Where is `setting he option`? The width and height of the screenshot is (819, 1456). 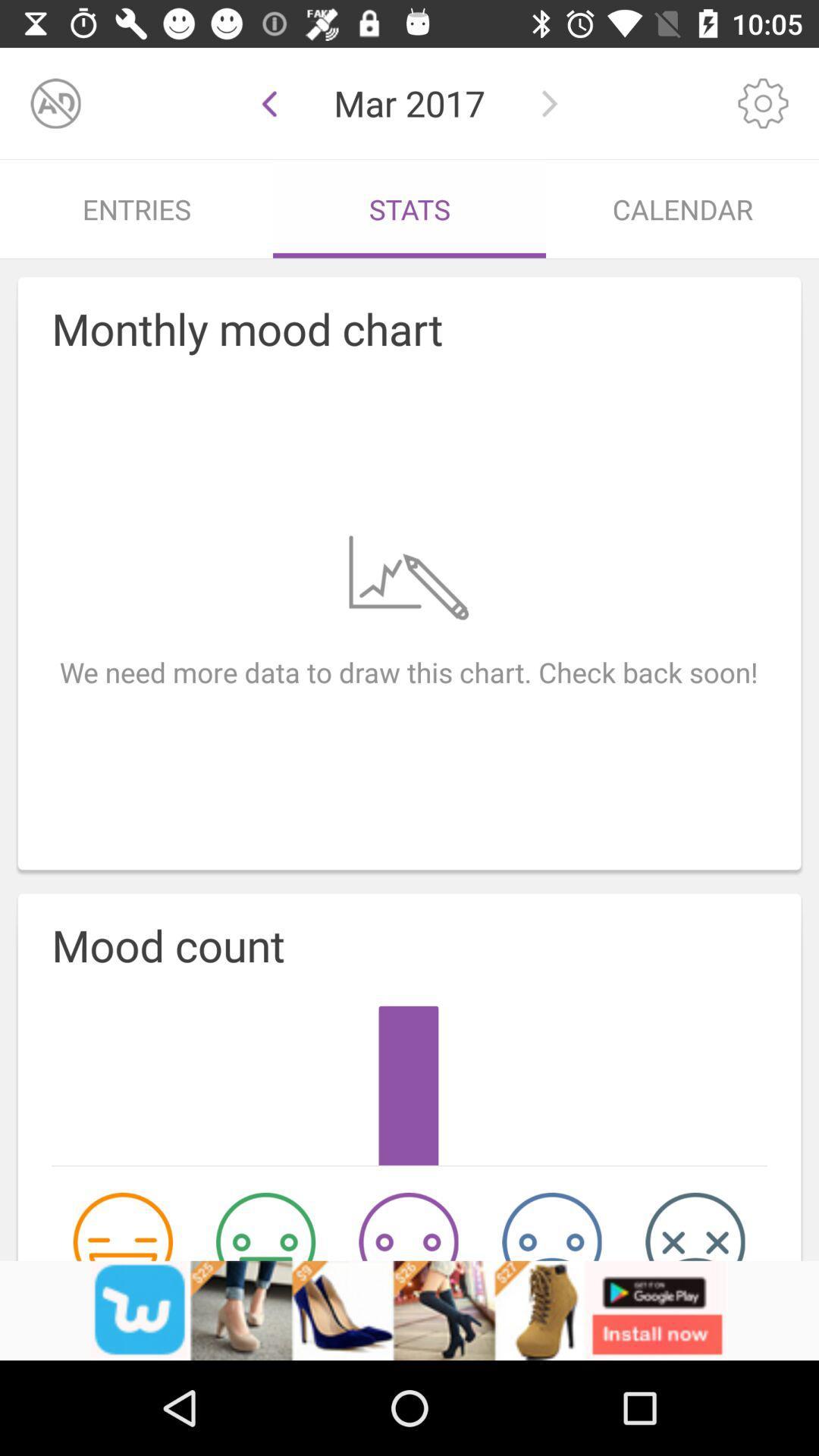
setting he option is located at coordinates (763, 102).